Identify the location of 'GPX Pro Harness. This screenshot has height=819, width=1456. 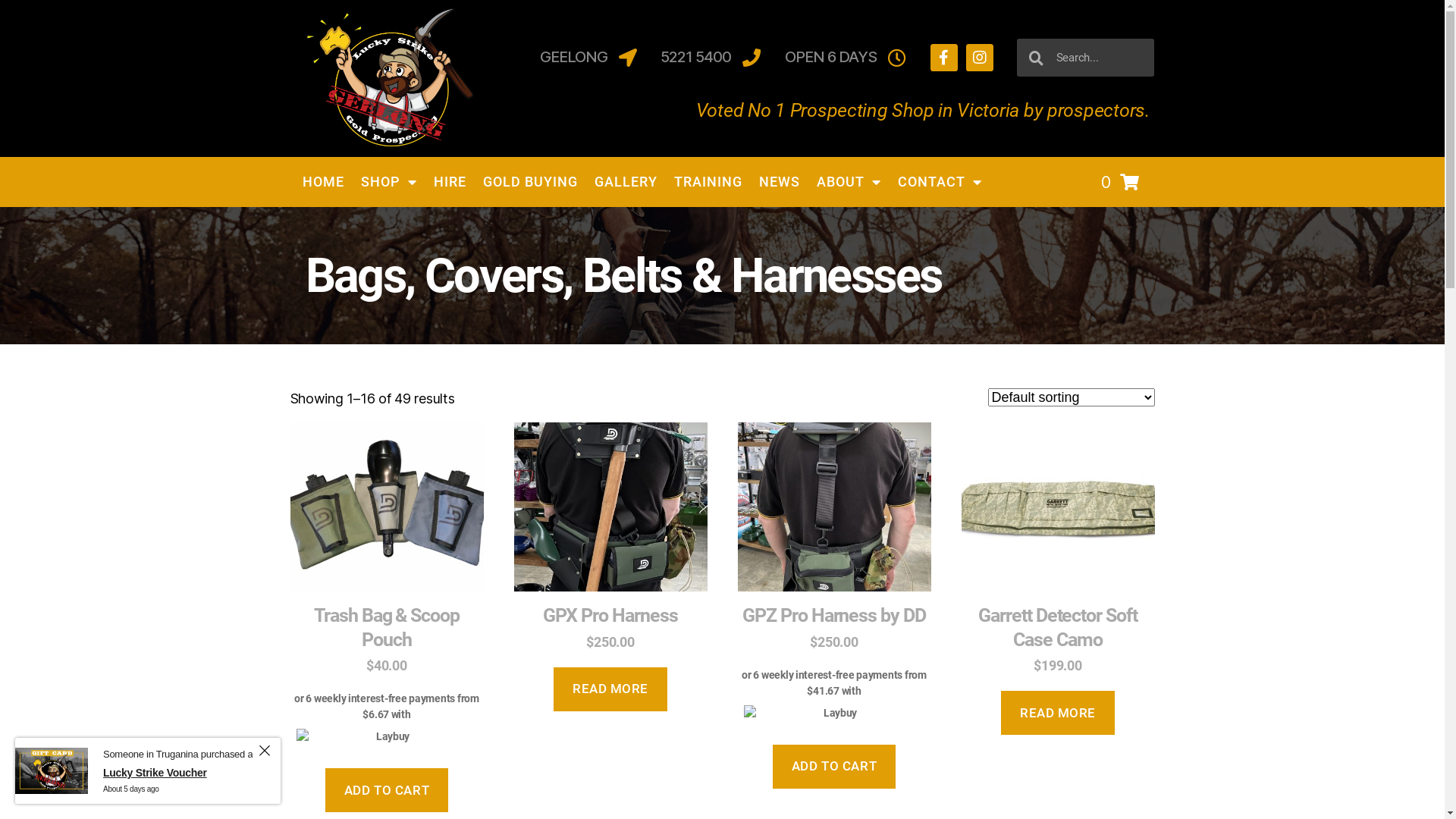
(513, 535).